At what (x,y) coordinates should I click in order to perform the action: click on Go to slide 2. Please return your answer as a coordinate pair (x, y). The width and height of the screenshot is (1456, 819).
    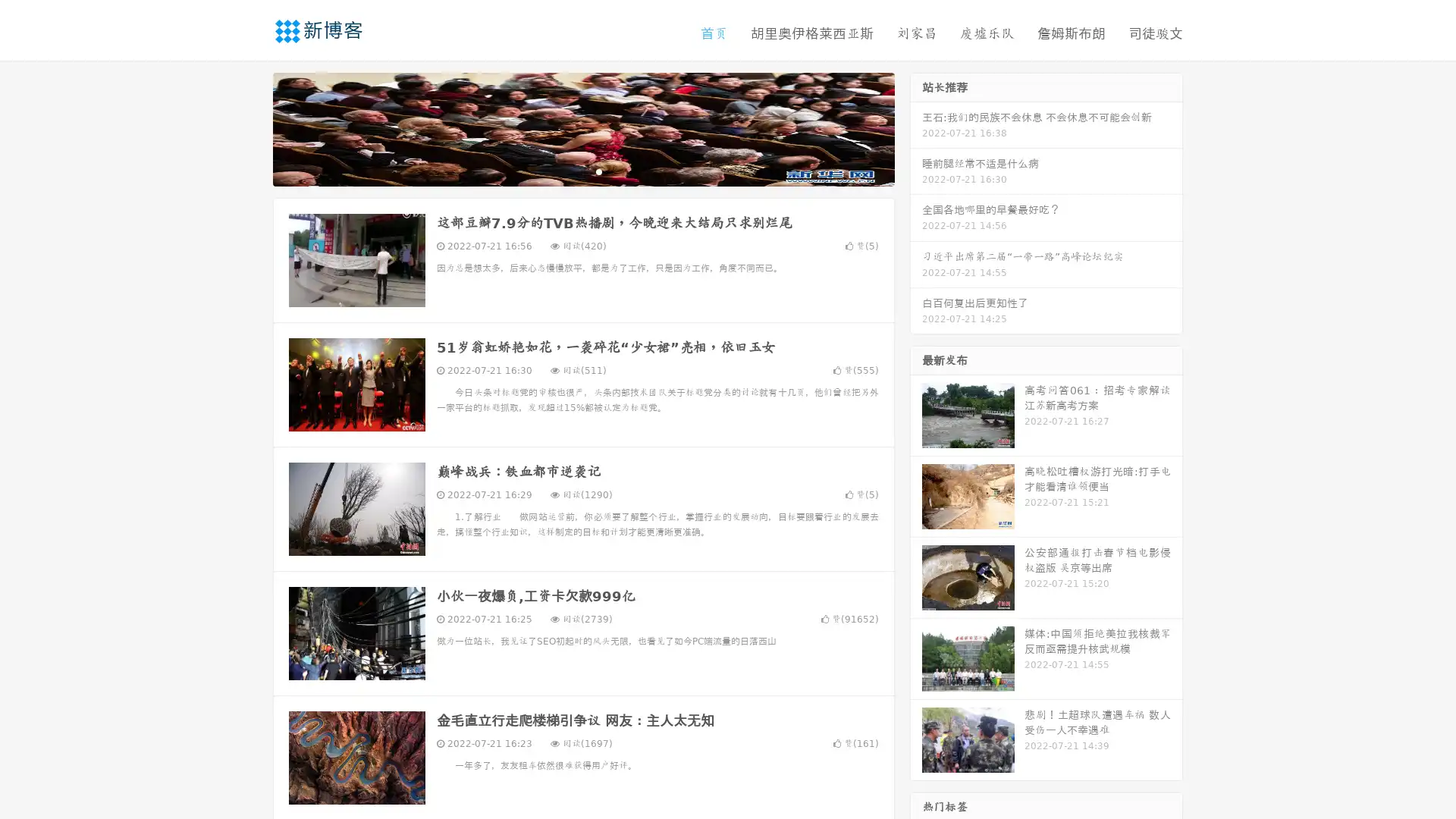
    Looking at the image, I should click on (582, 171).